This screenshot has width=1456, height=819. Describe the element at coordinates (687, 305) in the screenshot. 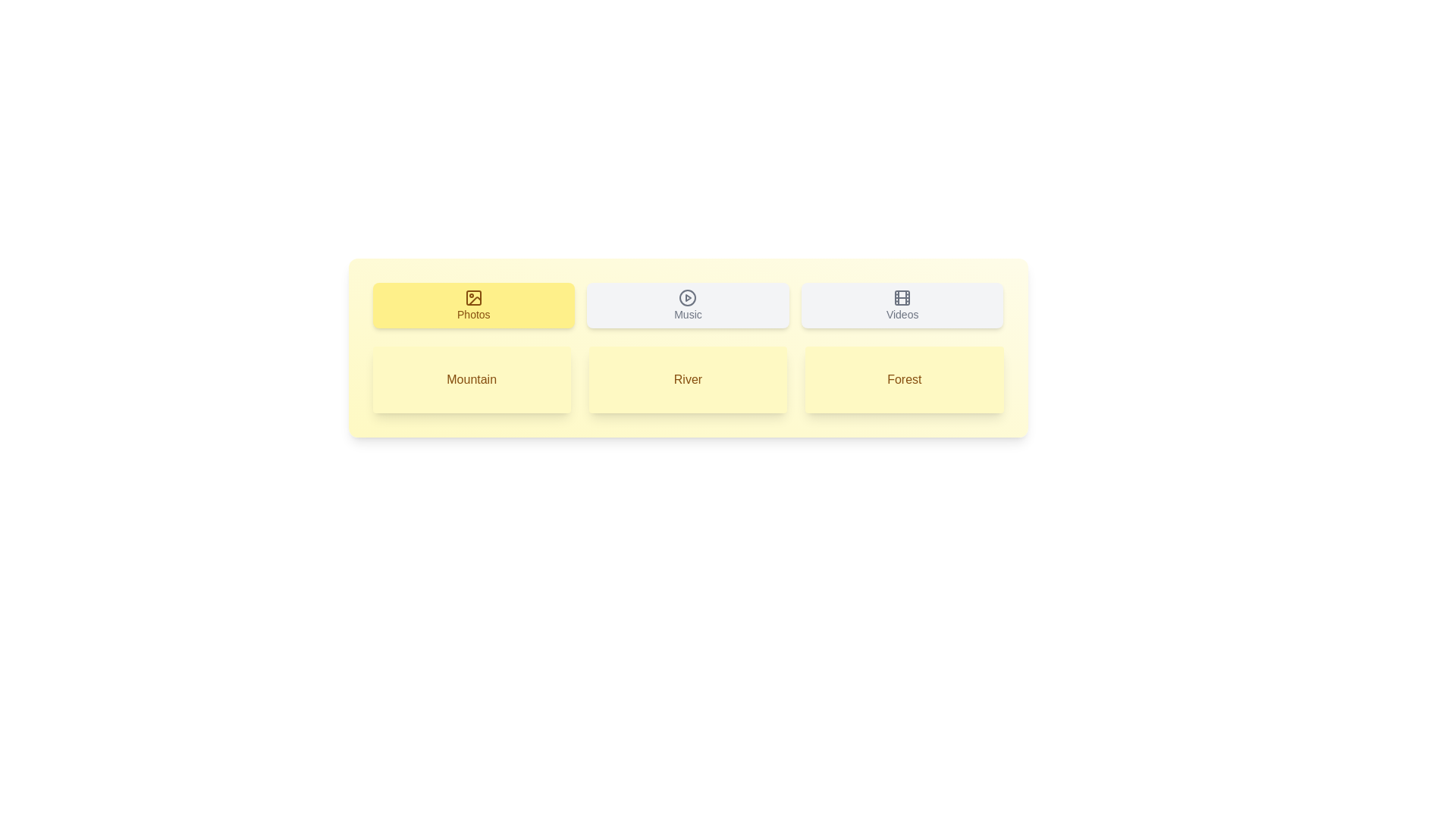

I see `the Music tab to view its content` at that location.